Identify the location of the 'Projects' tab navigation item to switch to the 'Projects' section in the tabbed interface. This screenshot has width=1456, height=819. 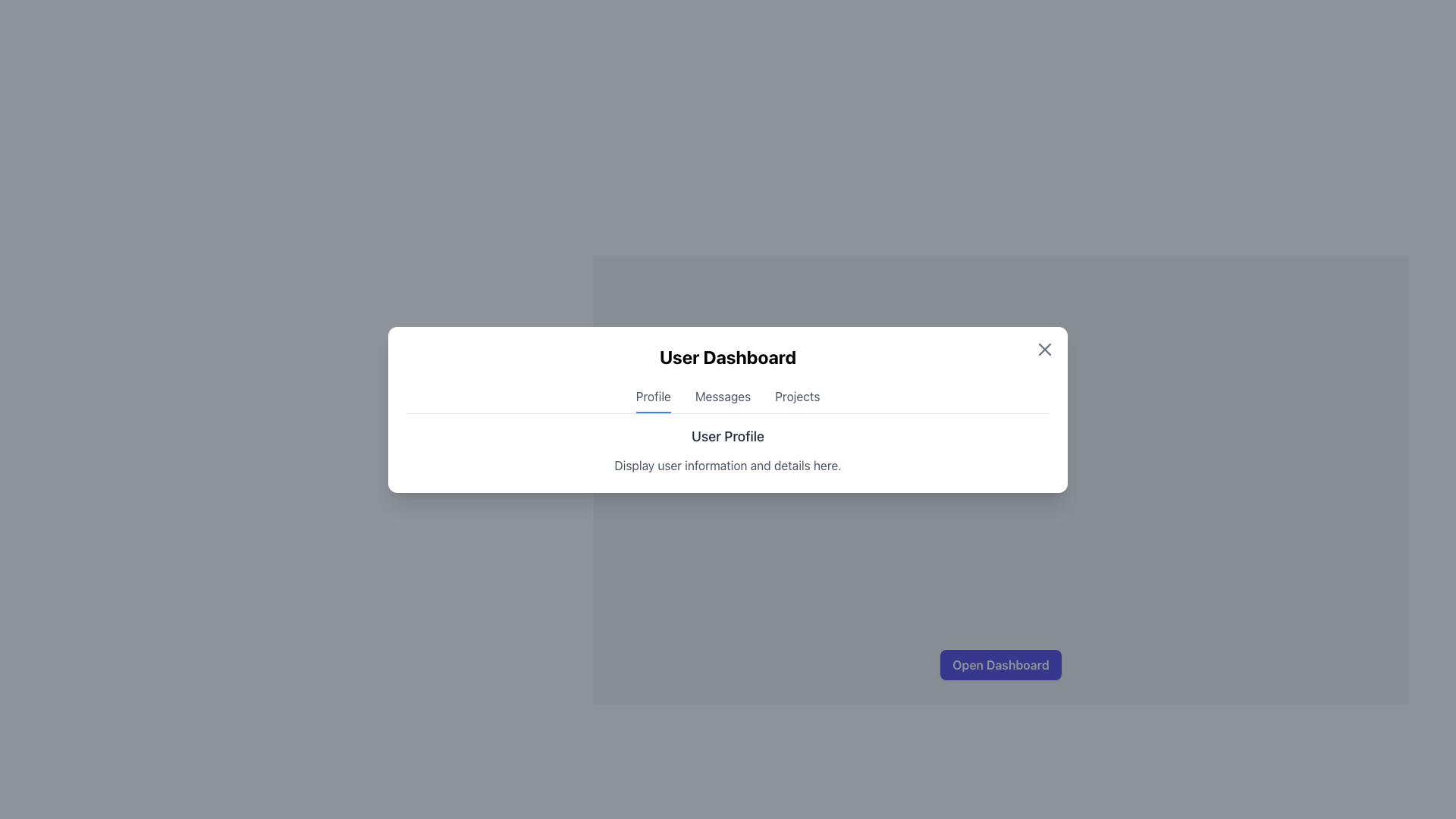
(796, 399).